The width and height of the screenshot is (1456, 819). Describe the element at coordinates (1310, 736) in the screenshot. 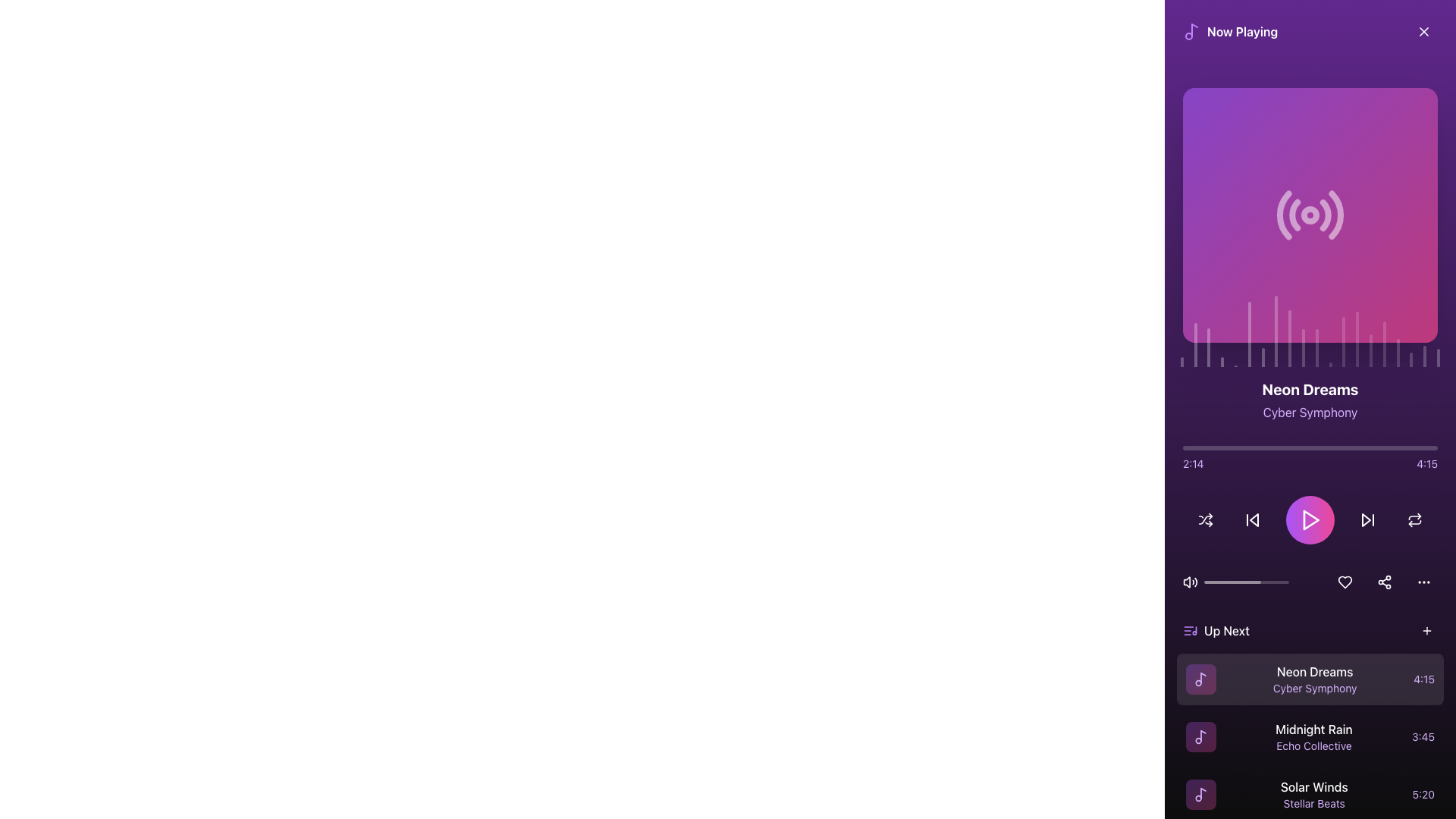

I see `the second list item in the 'Up Next' section of the media player UI, which displays the track 'Midnight Rain' by 'Echo Collective'` at that location.